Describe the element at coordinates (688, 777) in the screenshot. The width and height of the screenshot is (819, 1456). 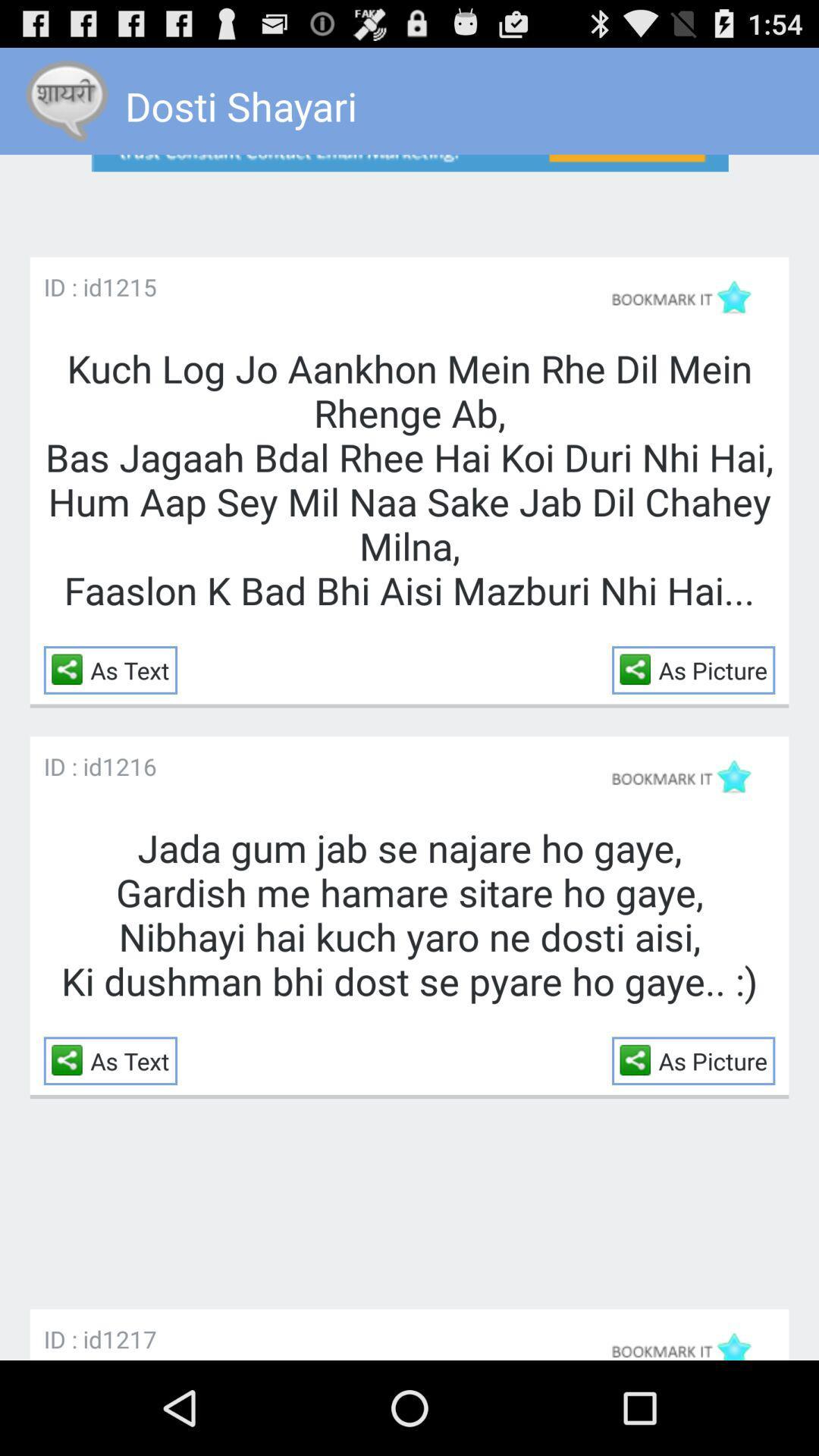
I see `bookmark` at that location.